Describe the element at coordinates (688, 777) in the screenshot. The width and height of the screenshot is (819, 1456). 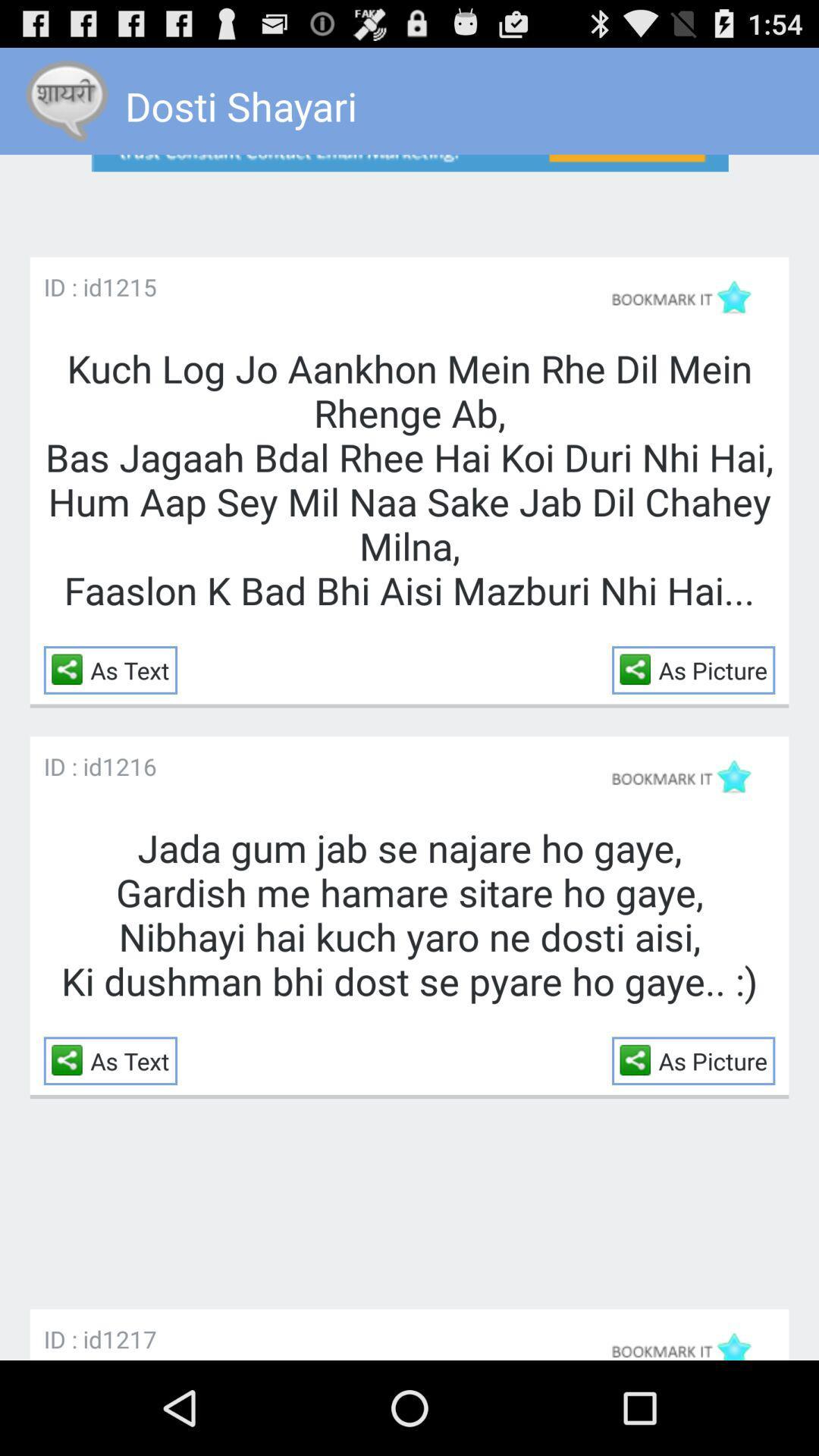
I see `bookmark` at that location.